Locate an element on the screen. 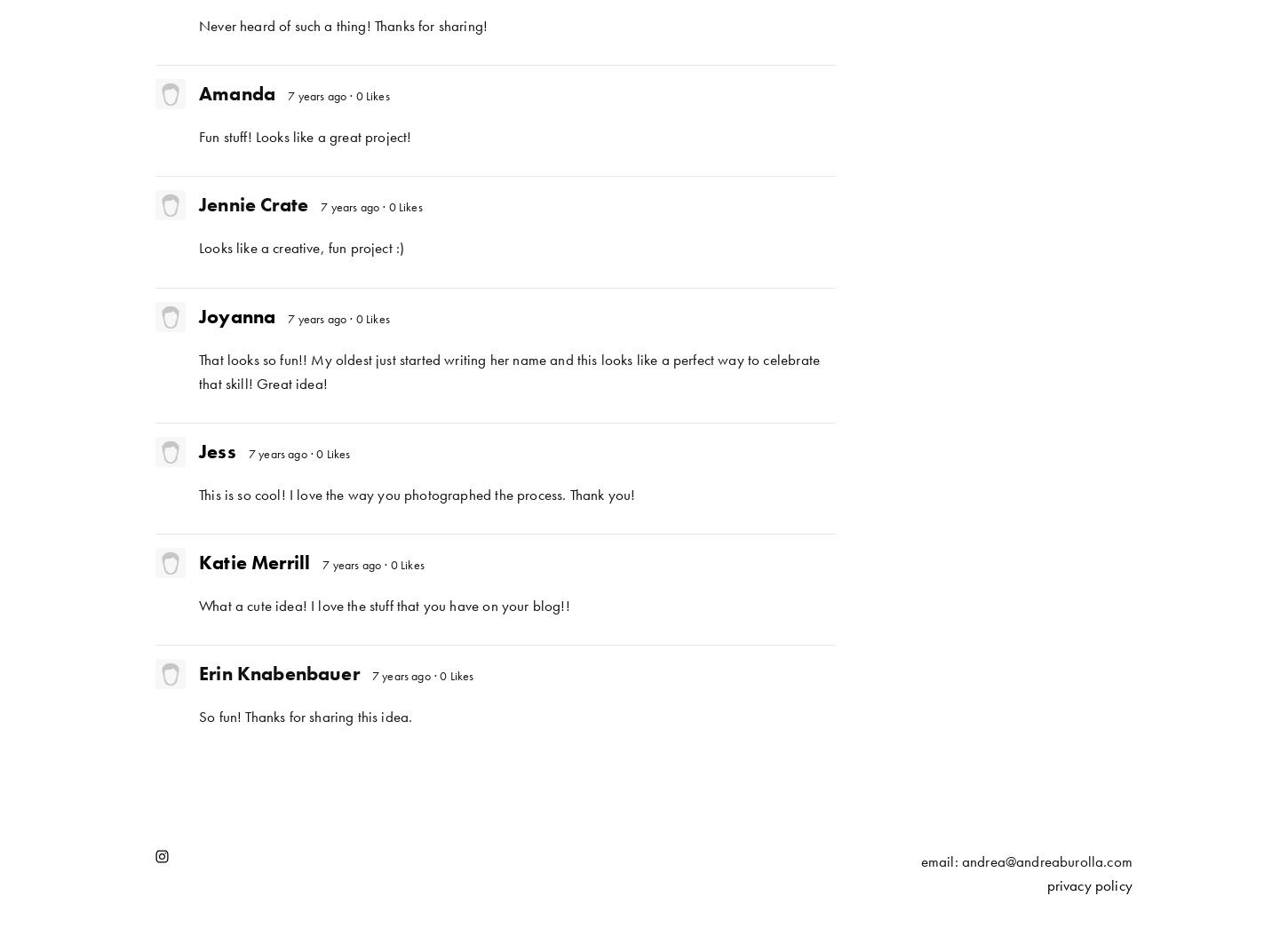  'That looks so fun!! My oldest just started writing her name and this looks like a perfect way to celebrate that skill! Great idea!' is located at coordinates (509, 370).